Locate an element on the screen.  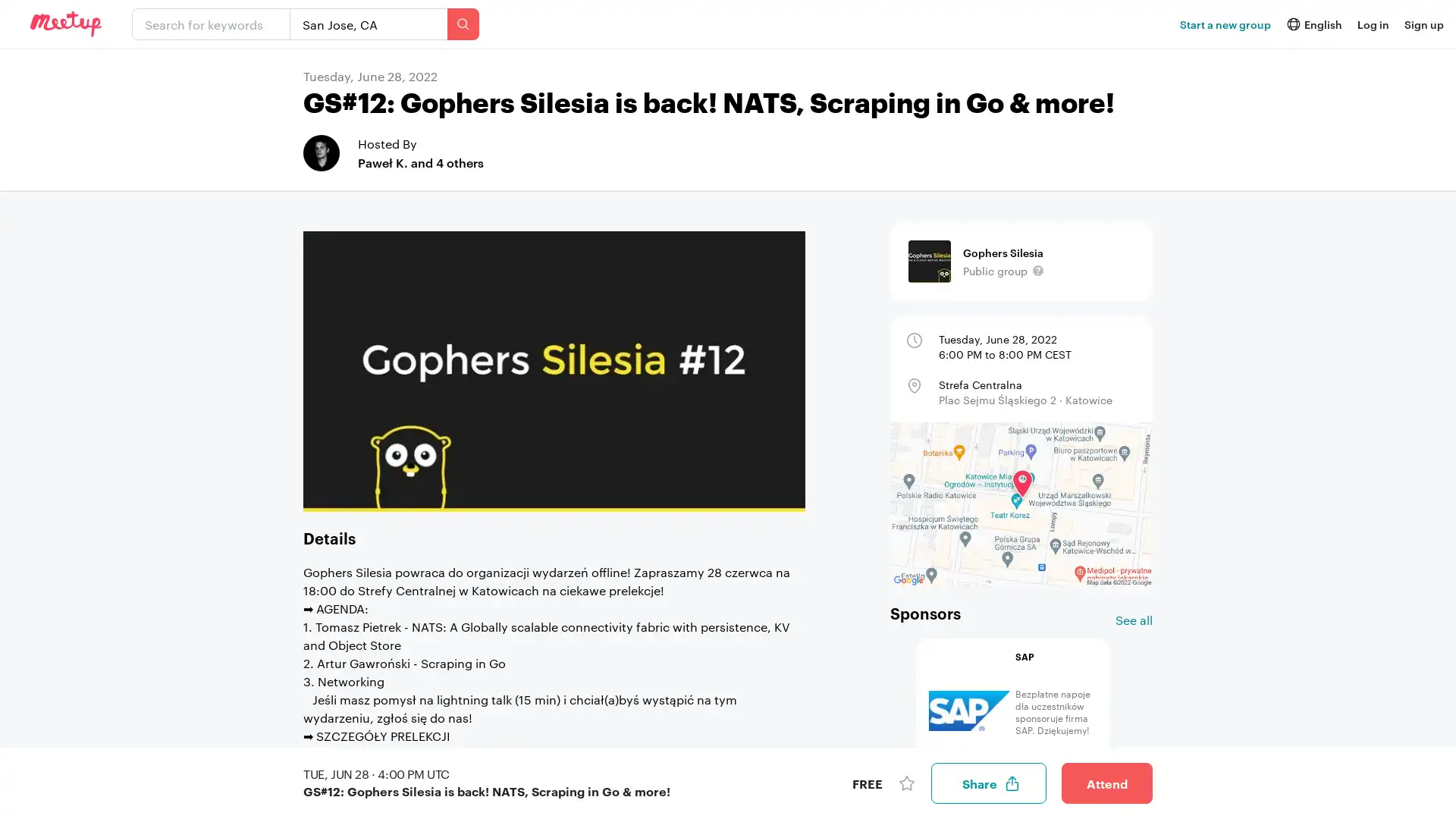
Search events is located at coordinates (462, 24).